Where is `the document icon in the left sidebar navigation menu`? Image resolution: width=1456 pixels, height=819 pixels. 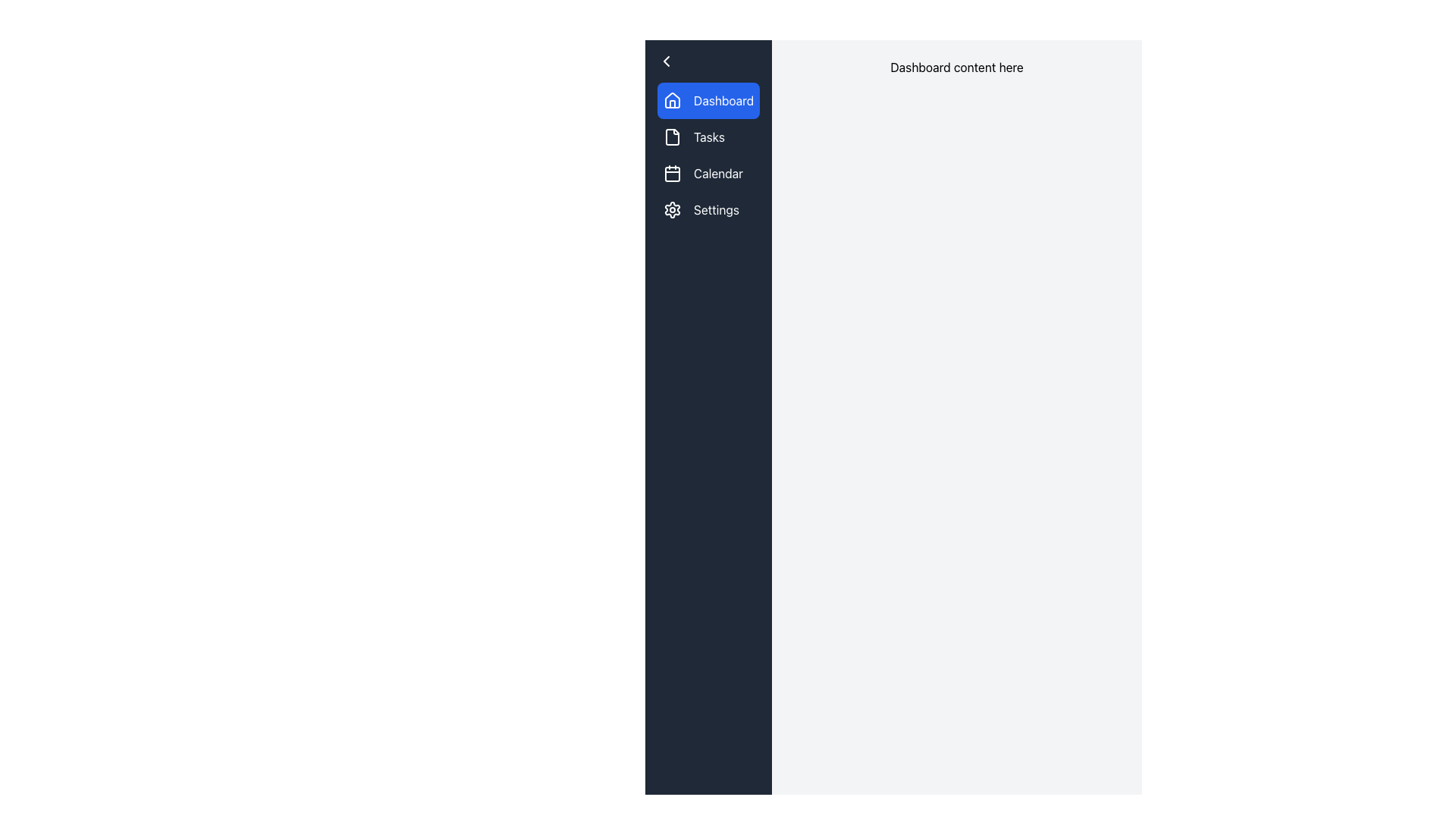
the document icon in the left sidebar navigation menu is located at coordinates (672, 137).